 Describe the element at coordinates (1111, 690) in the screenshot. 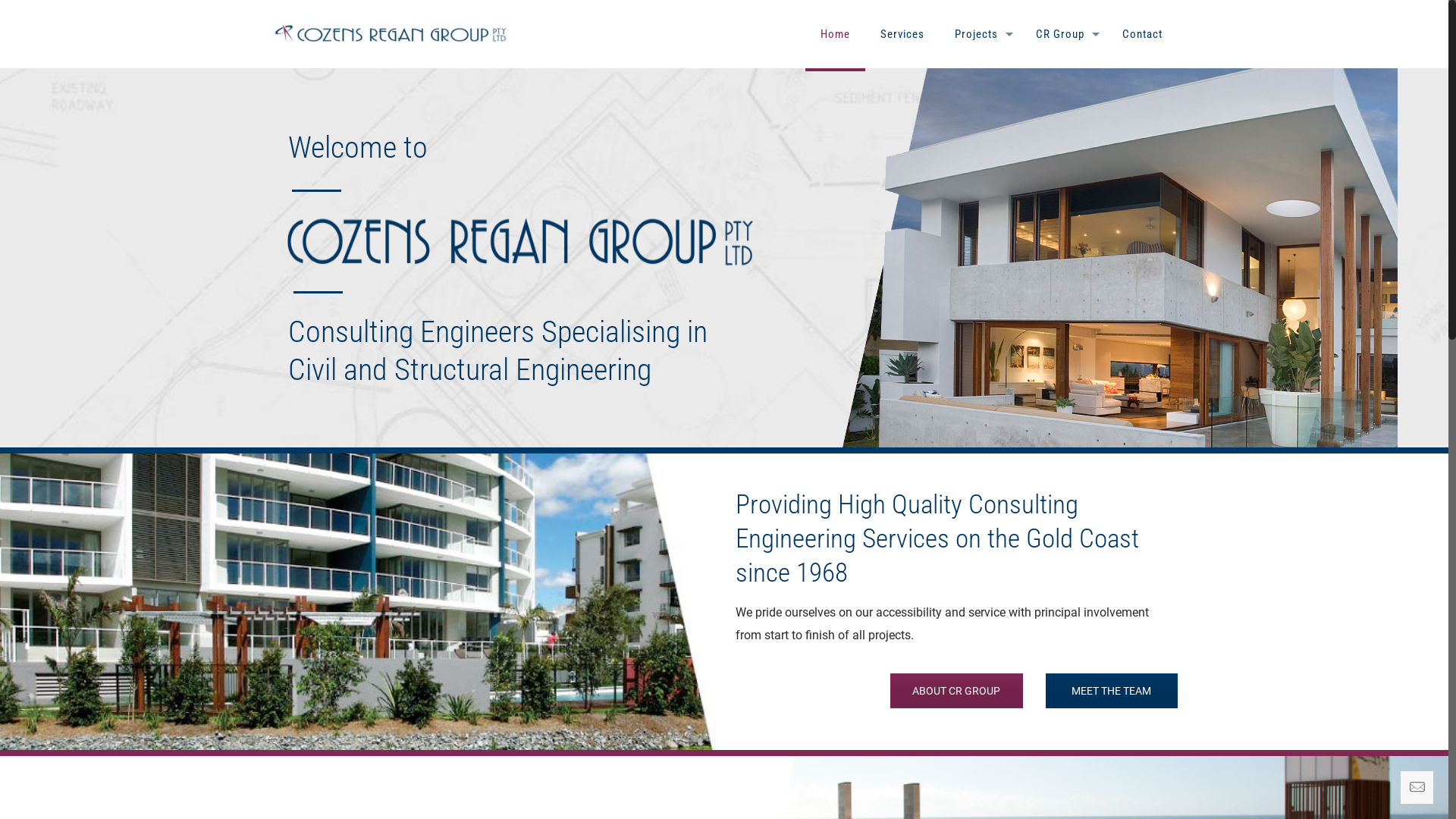

I see `'MEET THE TEAM'` at that location.